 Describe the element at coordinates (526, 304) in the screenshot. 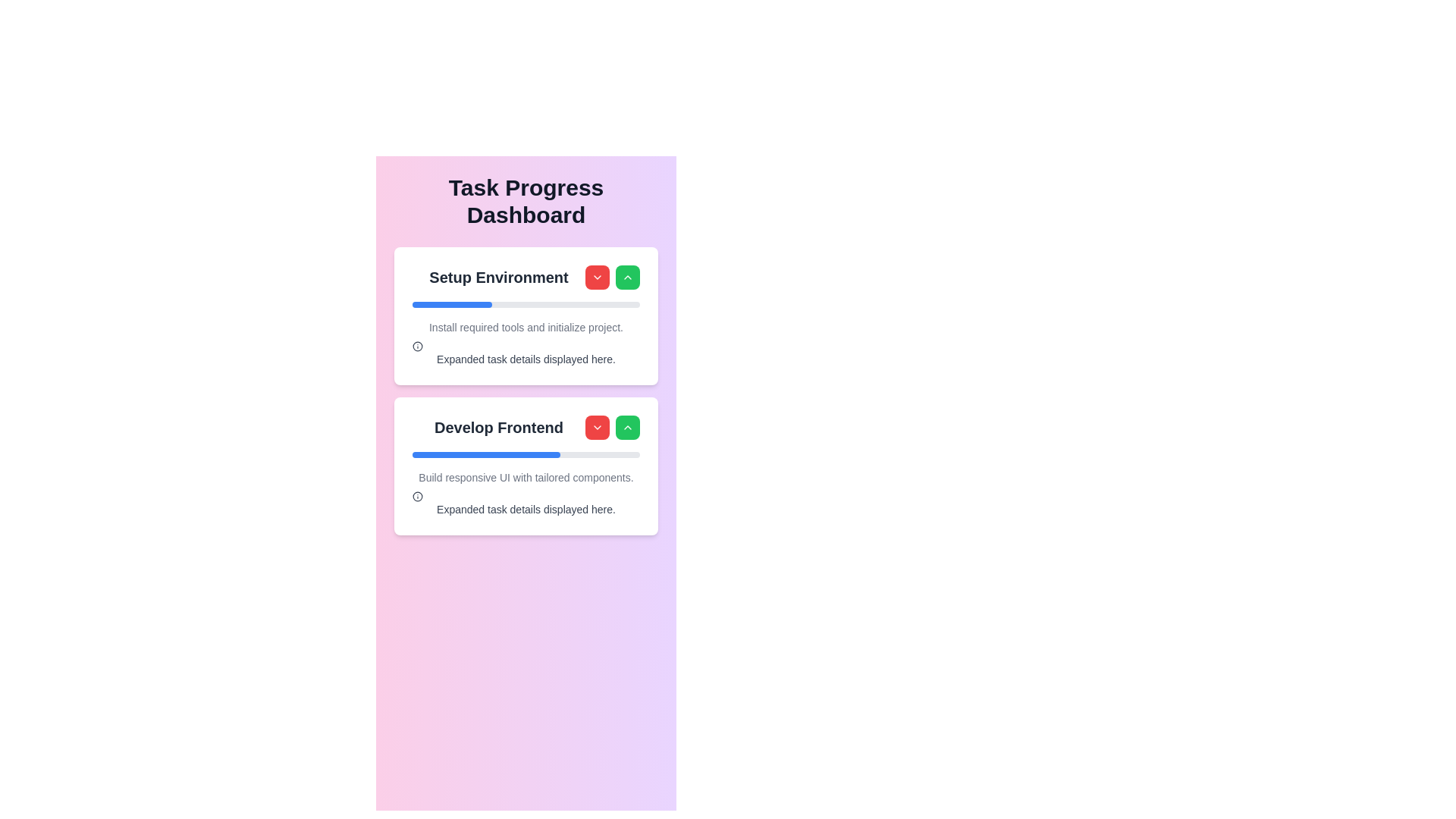

I see `the progress bar that represents the task 'Setup Environment', which is located in the middle section of the corresponding card` at that location.